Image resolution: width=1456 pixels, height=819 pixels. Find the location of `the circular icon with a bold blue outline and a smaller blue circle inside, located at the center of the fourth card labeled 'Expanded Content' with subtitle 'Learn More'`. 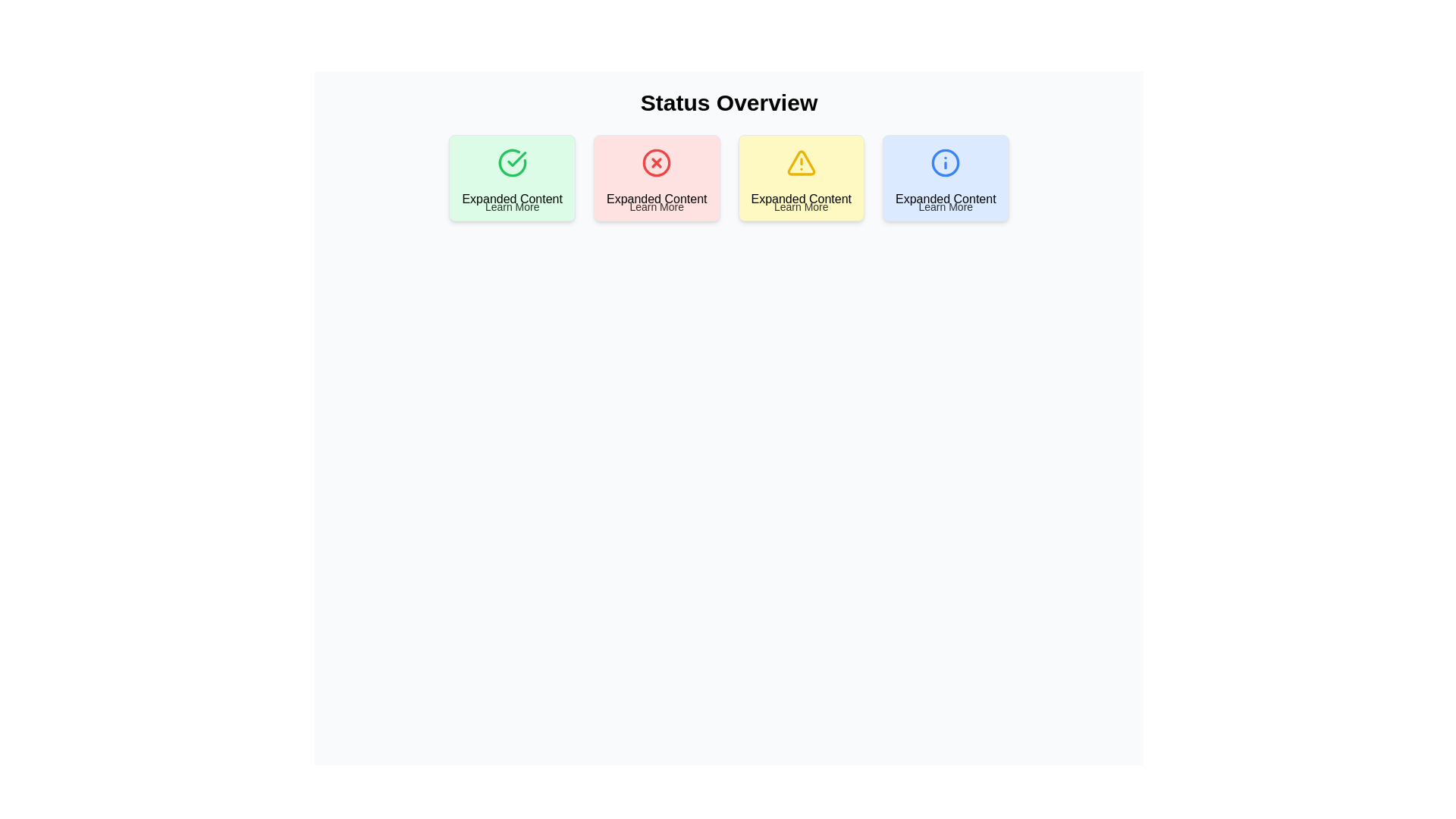

the circular icon with a bold blue outline and a smaller blue circle inside, located at the center of the fourth card labeled 'Expanded Content' with subtitle 'Learn More' is located at coordinates (945, 163).